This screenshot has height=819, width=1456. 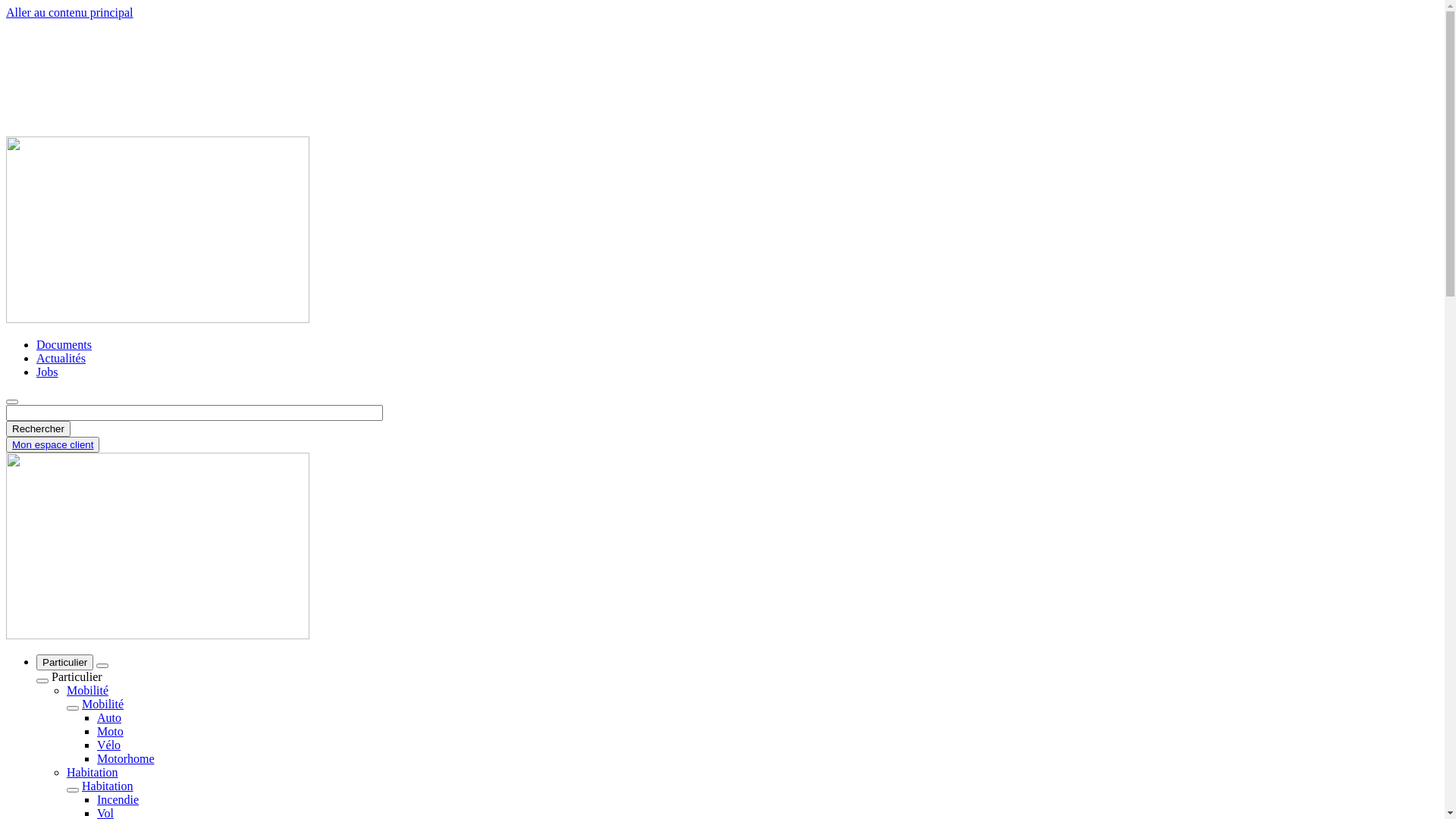 What do you see at coordinates (63, 344) in the screenshot?
I see `'Documents'` at bounding box center [63, 344].